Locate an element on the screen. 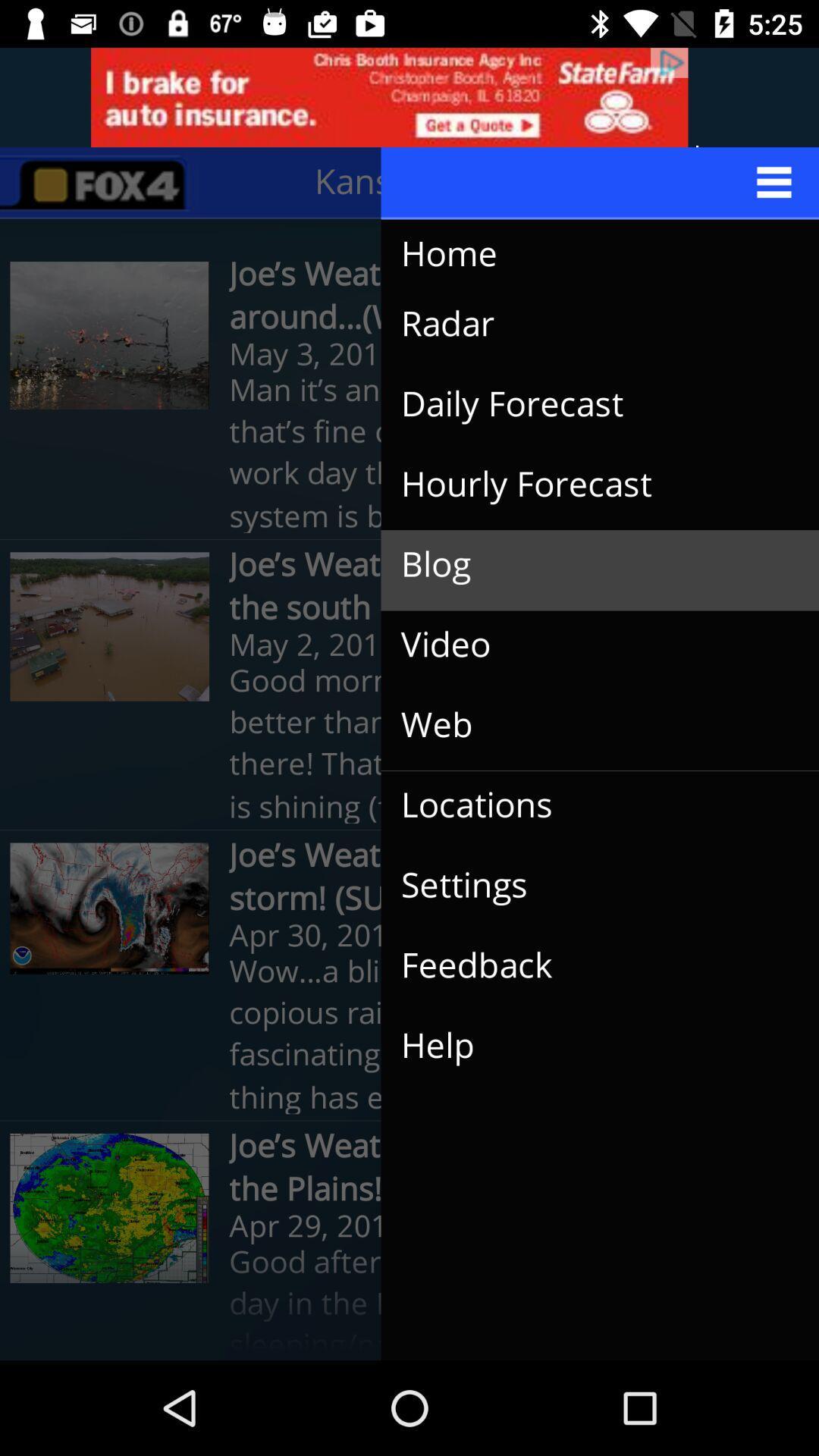 The width and height of the screenshot is (819, 1456). the fifth option under the menu is located at coordinates (109, 1207).